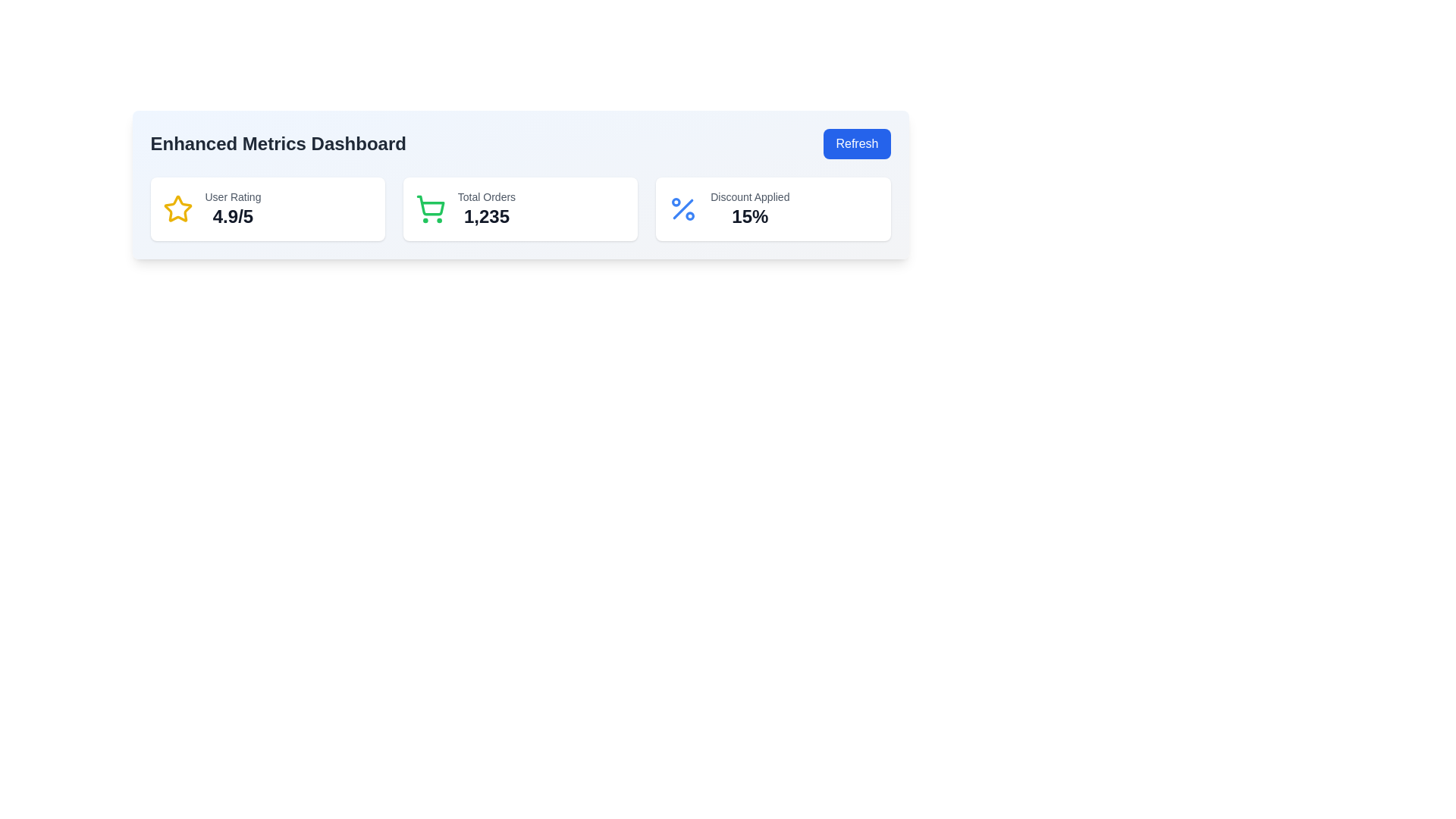 Image resolution: width=1456 pixels, height=819 pixels. I want to click on the decorative diagonal line element of the percentage icon in the 'Discount Applied' section, which visually represents the 15% discount, so click(682, 209).